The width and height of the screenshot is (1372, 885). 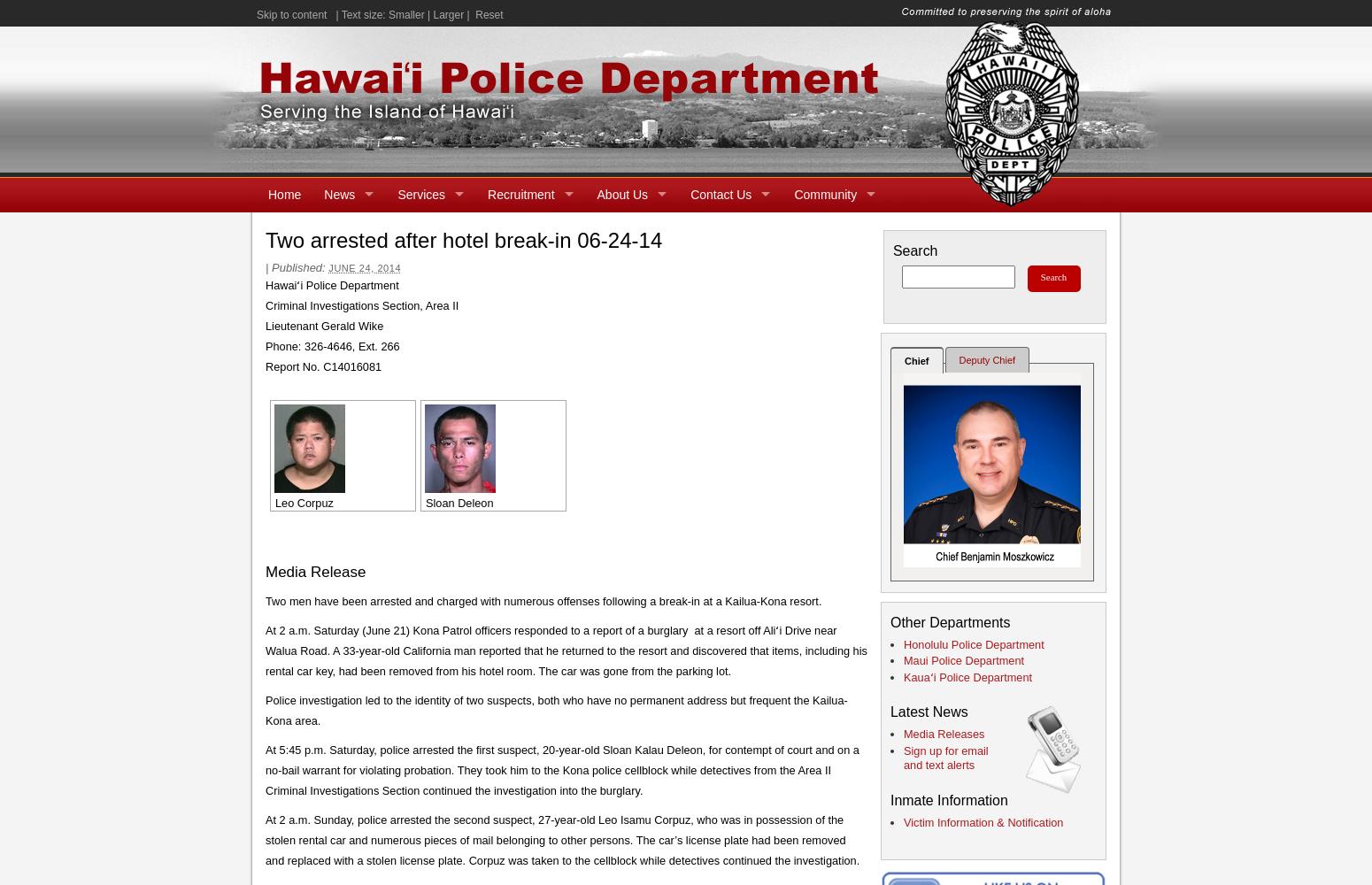 What do you see at coordinates (973, 643) in the screenshot?
I see `'Honolulu Police Department'` at bounding box center [973, 643].